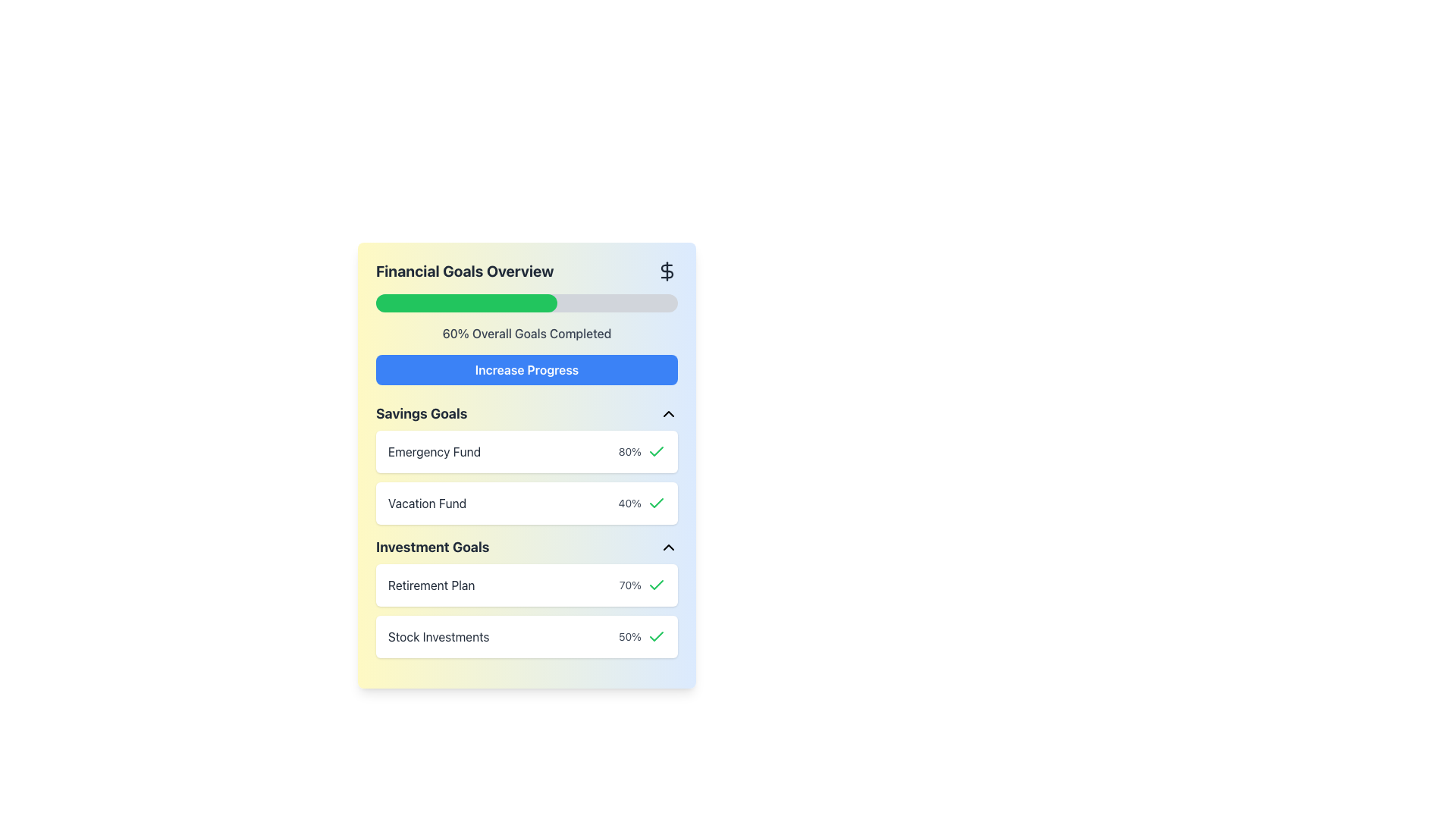 This screenshot has width=1456, height=819. Describe the element at coordinates (667, 271) in the screenshot. I see `the dollar sign icon located to the far right of the 'Financial Goals Overview' heading` at that location.